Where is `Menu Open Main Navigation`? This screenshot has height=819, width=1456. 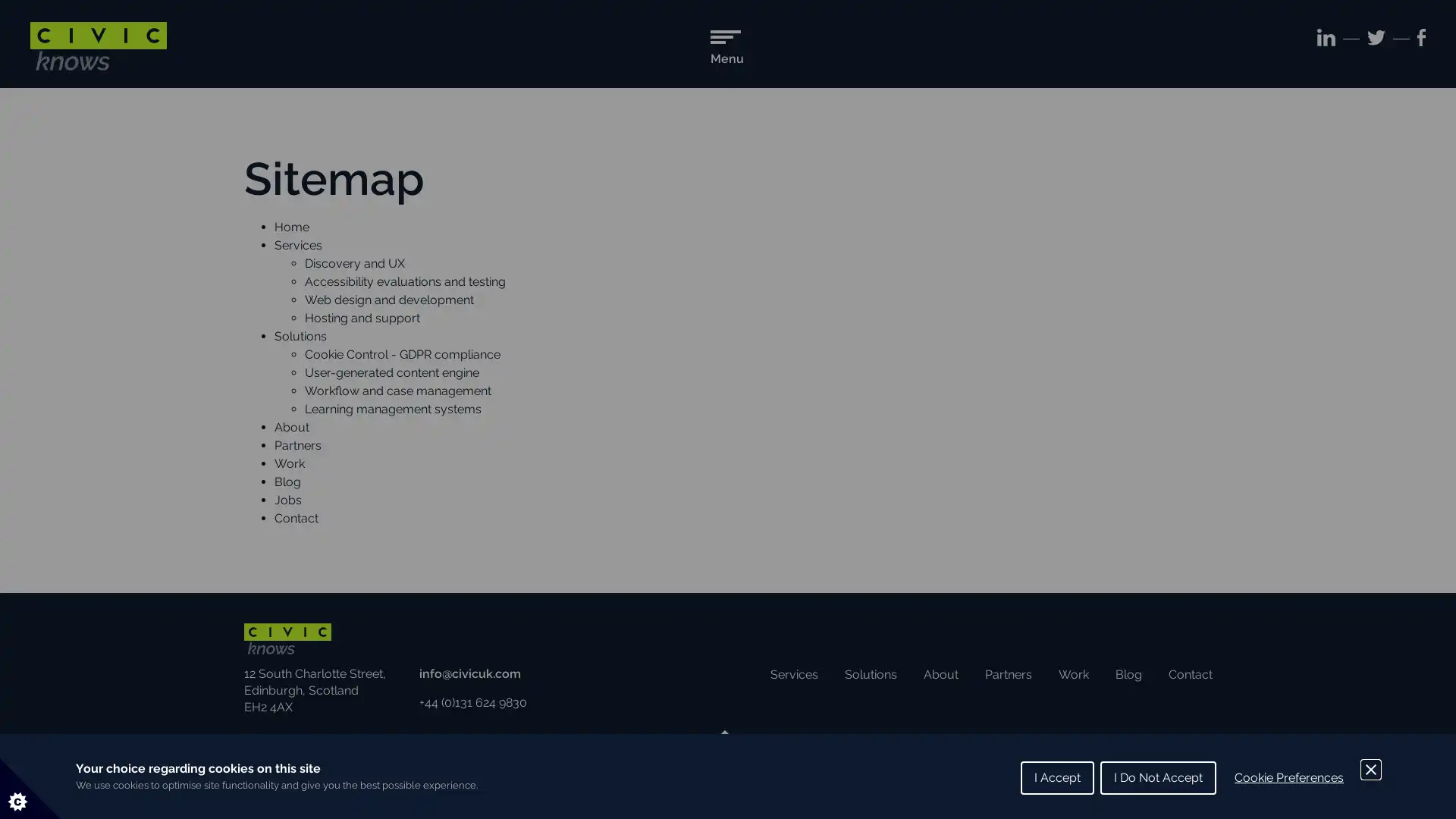
Menu Open Main Navigation is located at coordinates (726, 50).